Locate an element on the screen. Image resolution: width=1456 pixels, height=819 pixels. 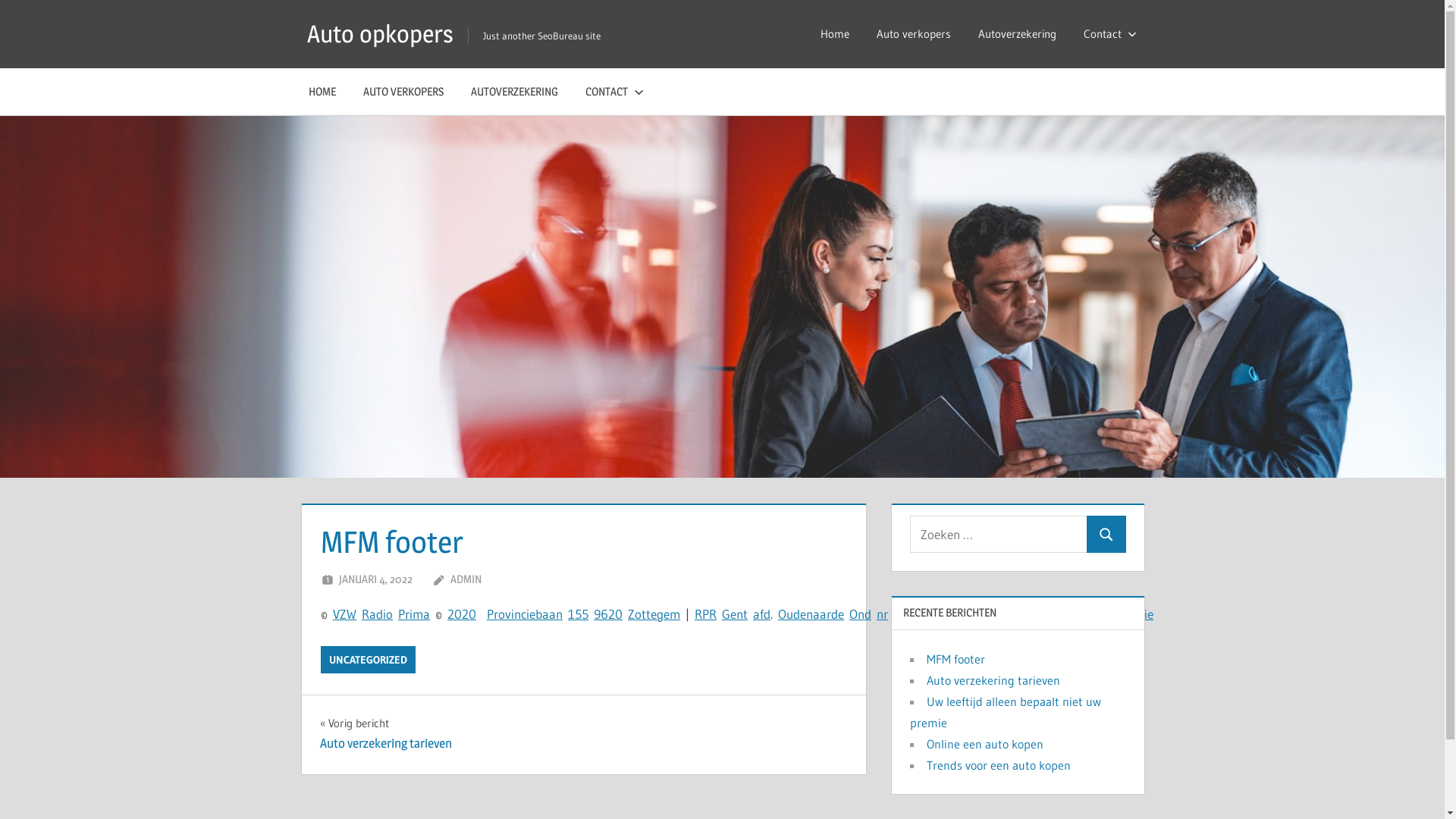
'Trends voor een auto kopen' is located at coordinates (926, 765).